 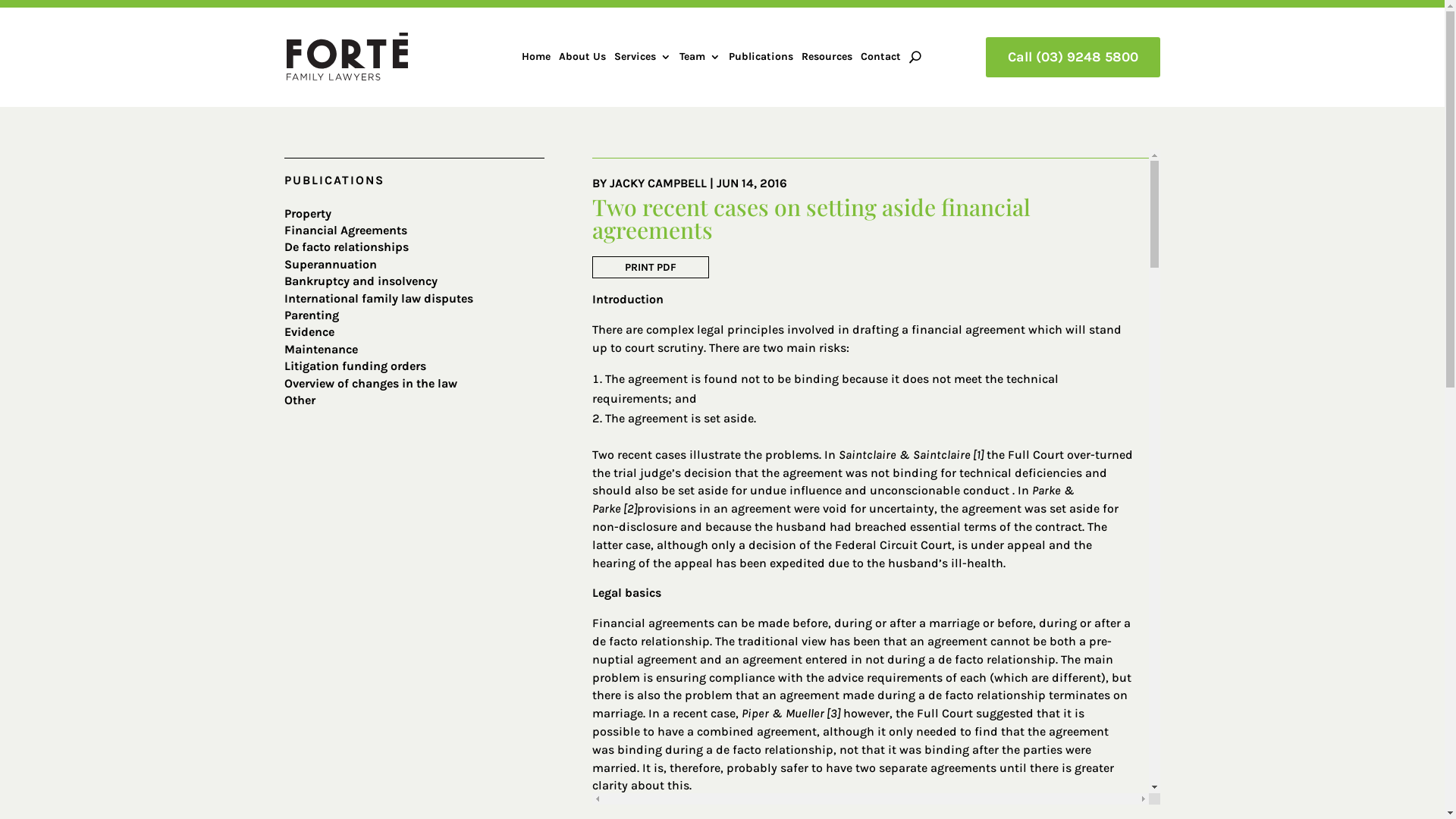 What do you see at coordinates (371, 382) in the screenshot?
I see `'Overview of changes in the law'` at bounding box center [371, 382].